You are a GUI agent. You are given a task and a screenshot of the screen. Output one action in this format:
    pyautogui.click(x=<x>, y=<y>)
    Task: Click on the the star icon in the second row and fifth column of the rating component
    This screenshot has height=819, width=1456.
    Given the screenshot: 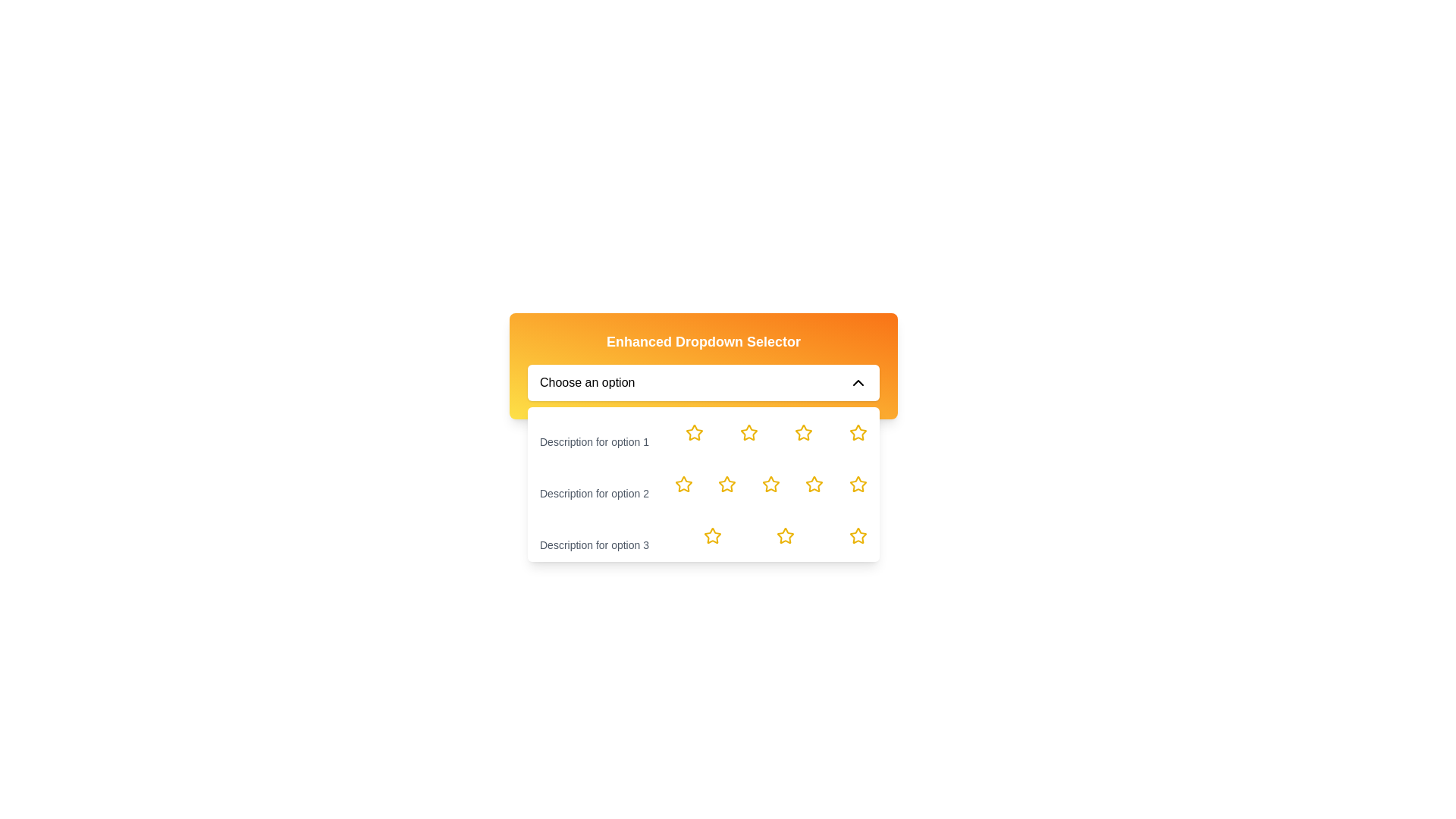 What is the action you would take?
    pyautogui.click(x=858, y=484)
    